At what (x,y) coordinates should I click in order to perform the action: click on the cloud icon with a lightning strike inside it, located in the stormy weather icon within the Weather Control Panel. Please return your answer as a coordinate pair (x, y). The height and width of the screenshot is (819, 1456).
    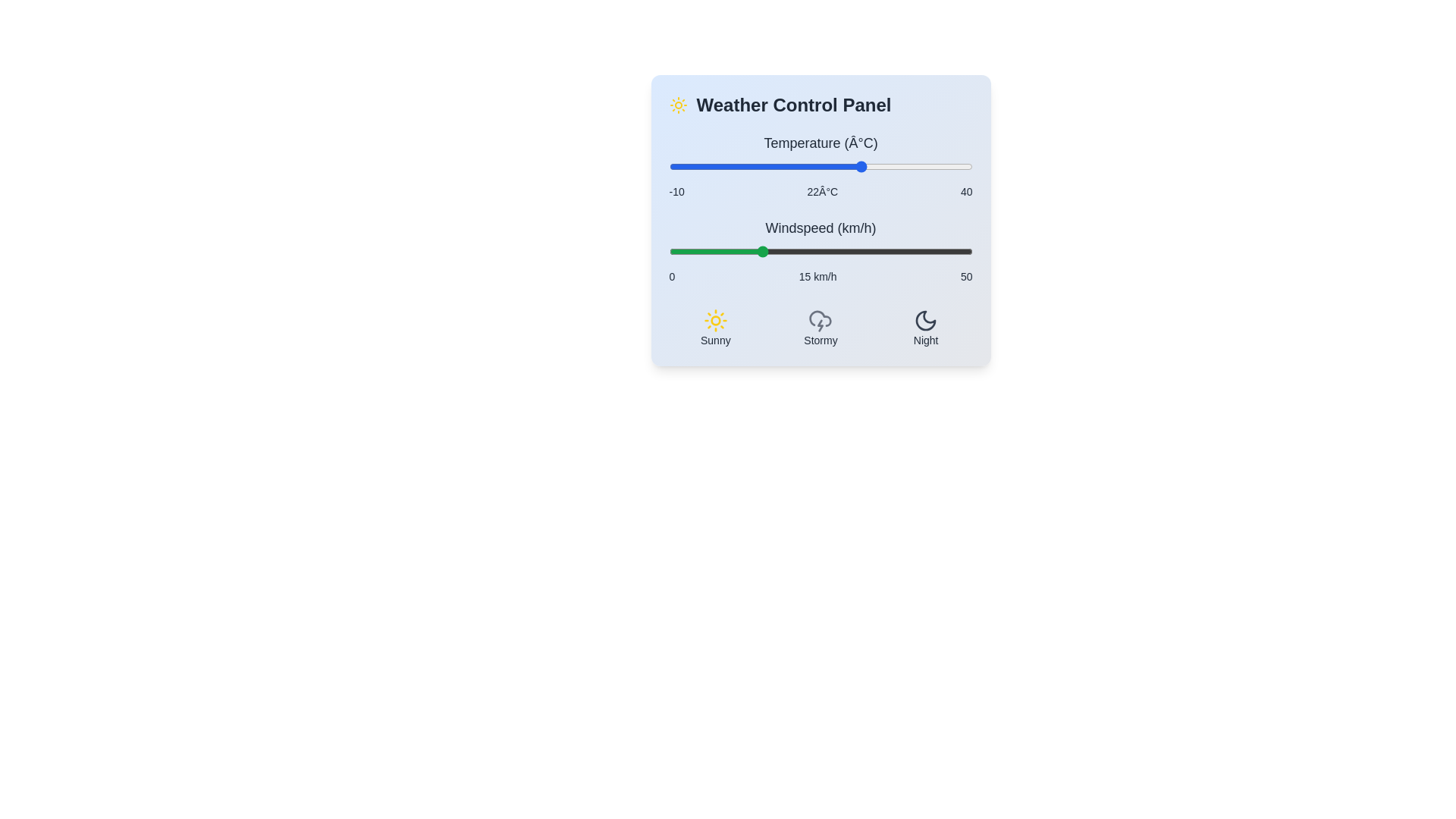
    Looking at the image, I should click on (820, 318).